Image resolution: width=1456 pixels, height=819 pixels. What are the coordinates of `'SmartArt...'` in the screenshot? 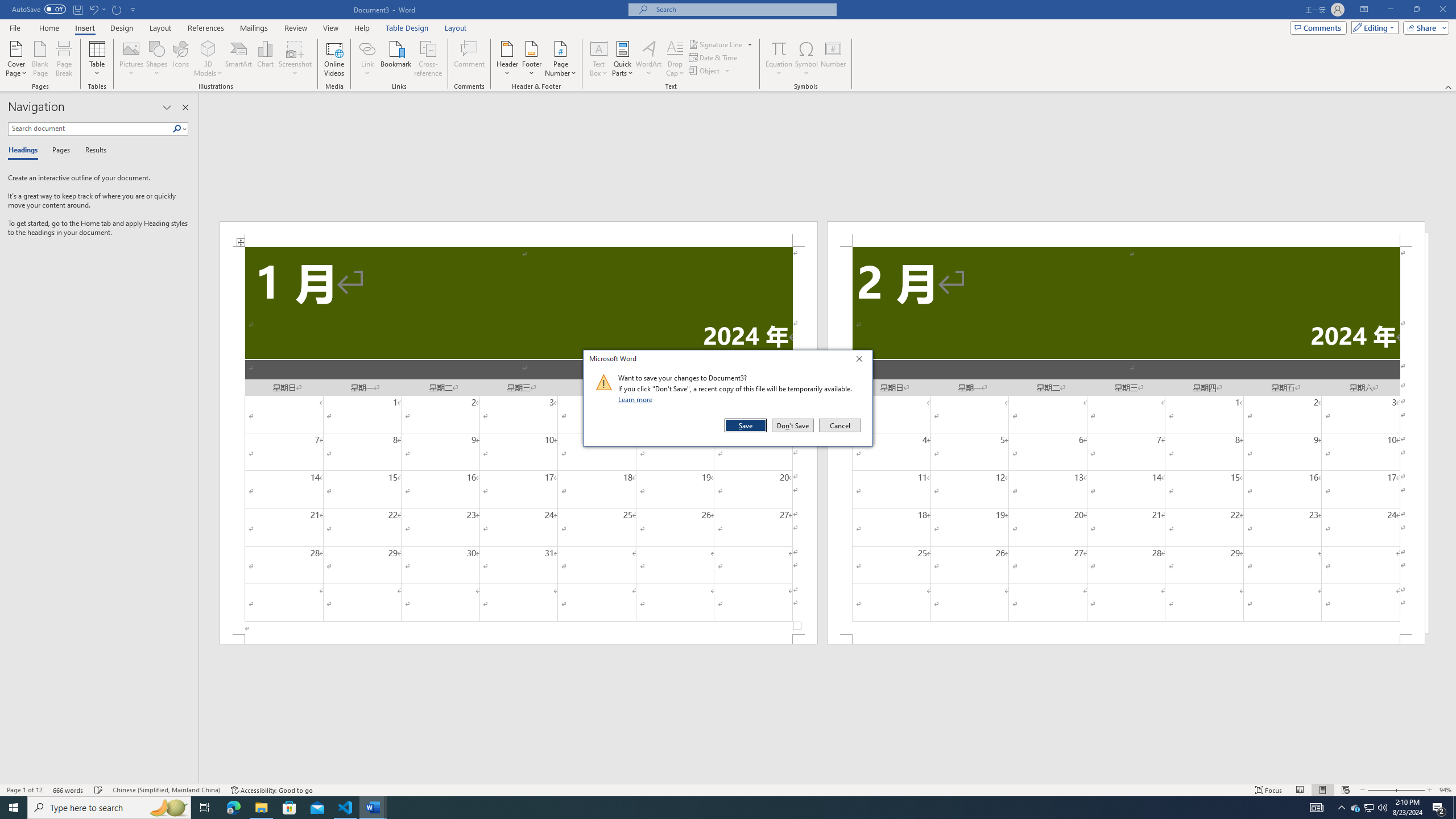 It's located at (238, 59).